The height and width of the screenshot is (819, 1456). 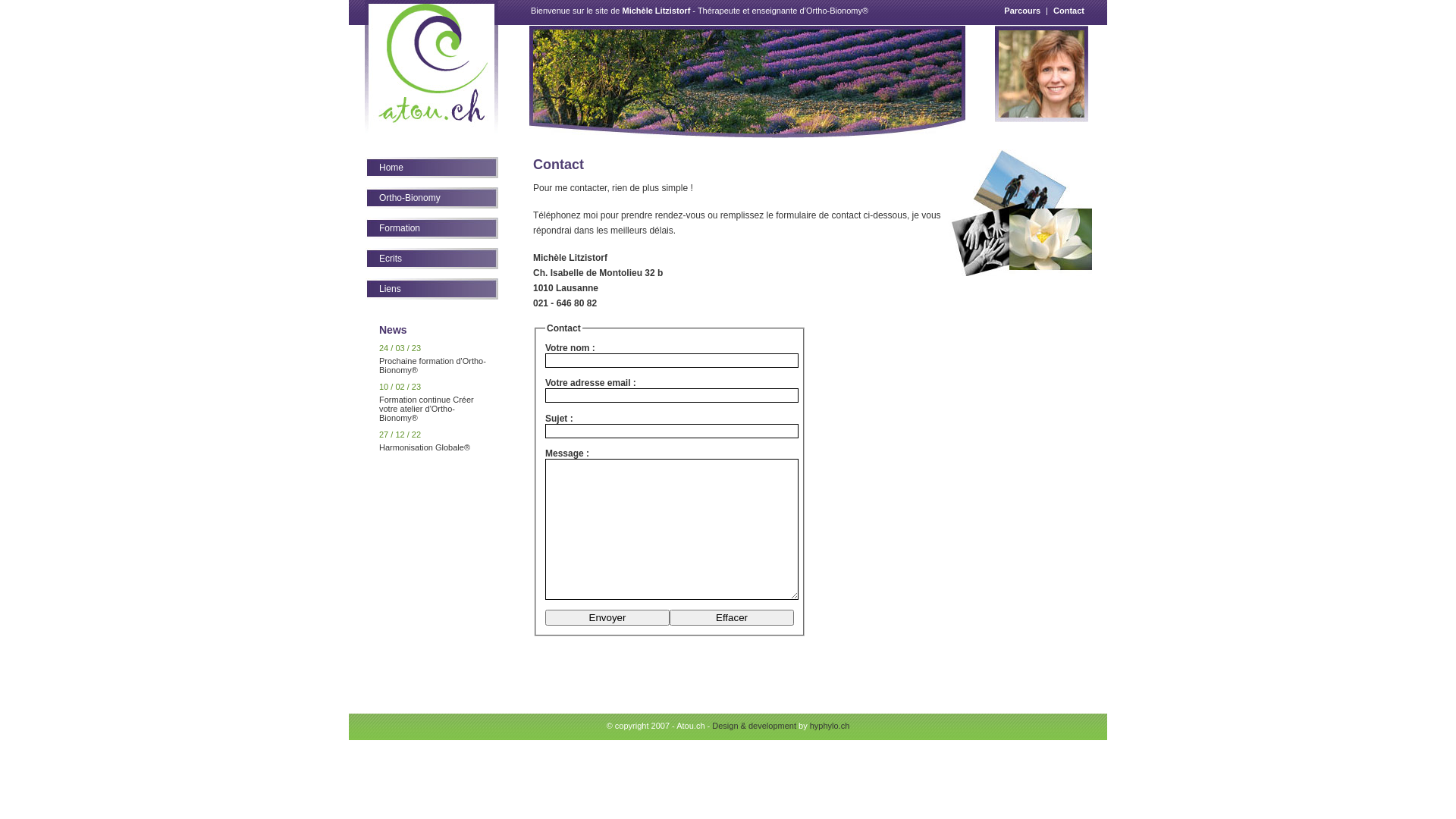 What do you see at coordinates (1068, 11) in the screenshot?
I see `'Contact'` at bounding box center [1068, 11].